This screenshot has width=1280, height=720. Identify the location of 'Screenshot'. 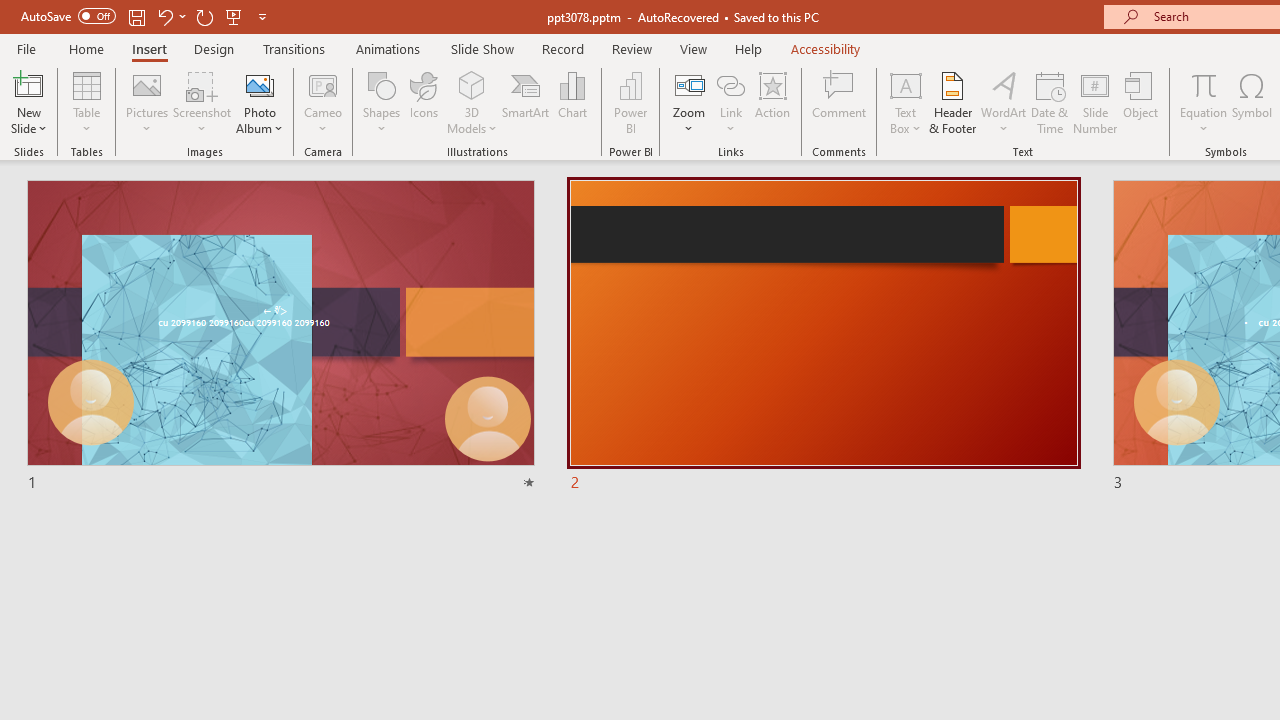
(202, 103).